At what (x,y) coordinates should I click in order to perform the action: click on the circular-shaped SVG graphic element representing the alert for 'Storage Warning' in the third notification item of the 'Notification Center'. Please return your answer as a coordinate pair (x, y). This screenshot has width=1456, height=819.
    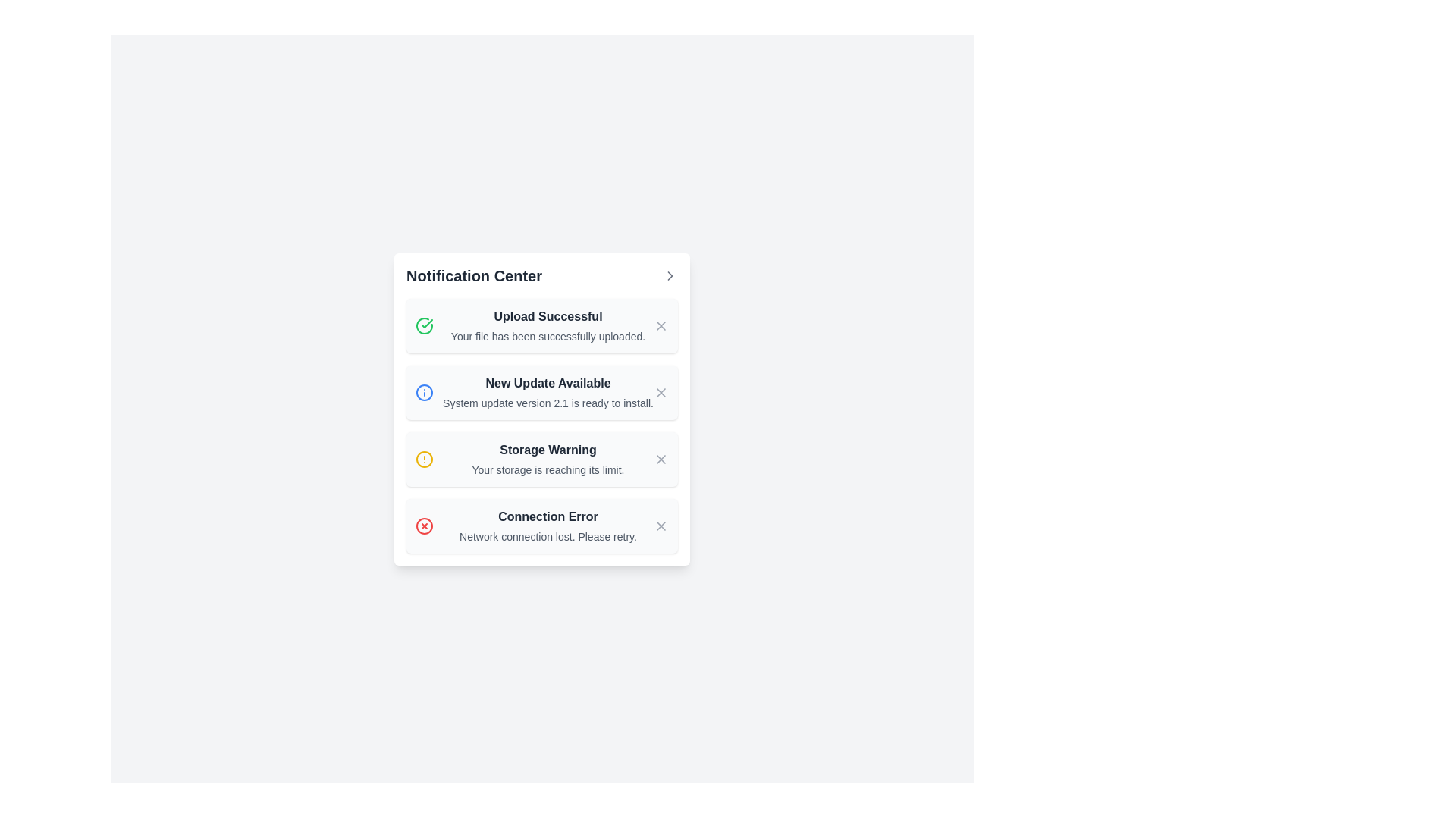
    Looking at the image, I should click on (425, 458).